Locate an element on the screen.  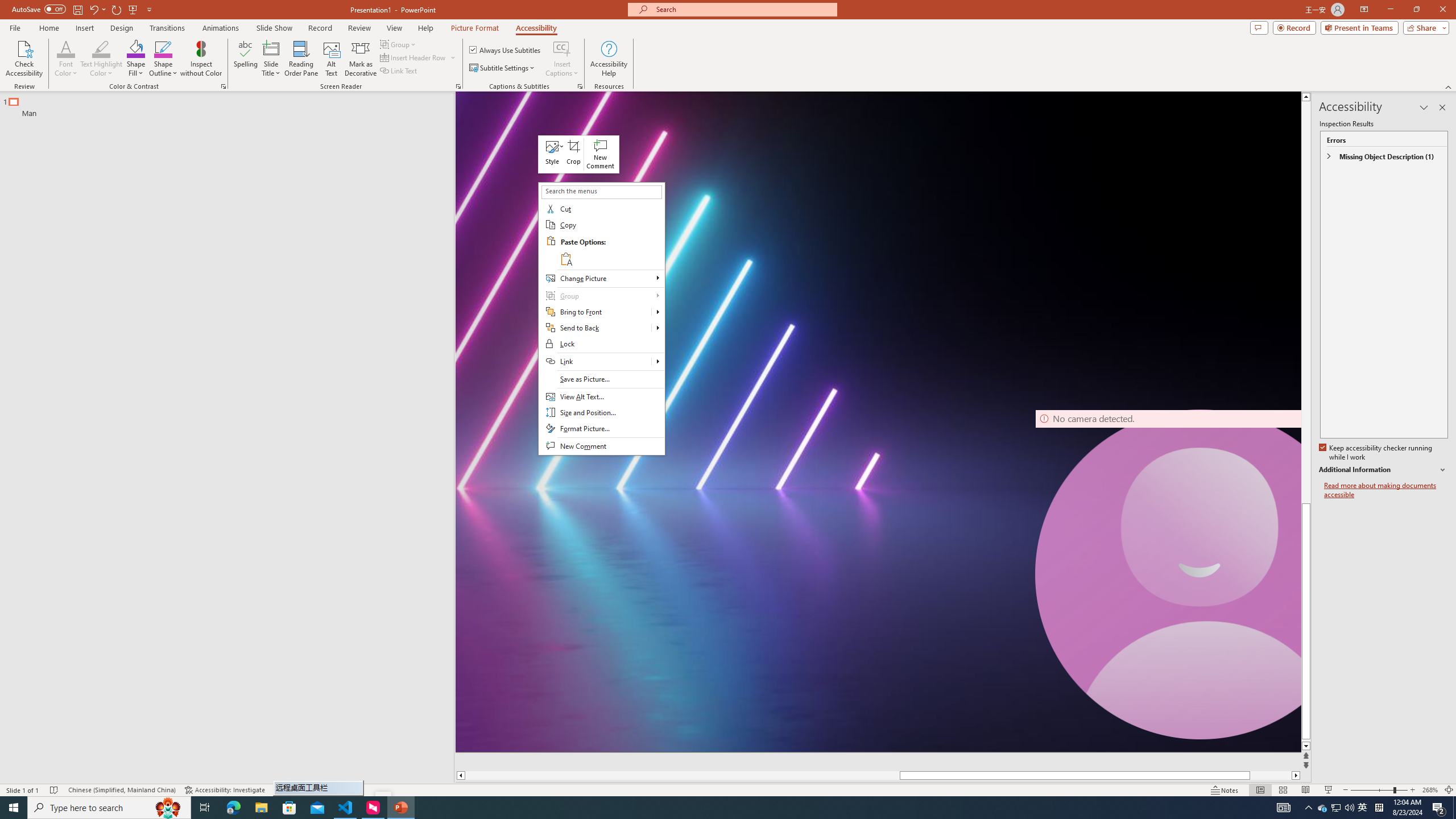
'Bring to Front' is located at coordinates (601, 312).